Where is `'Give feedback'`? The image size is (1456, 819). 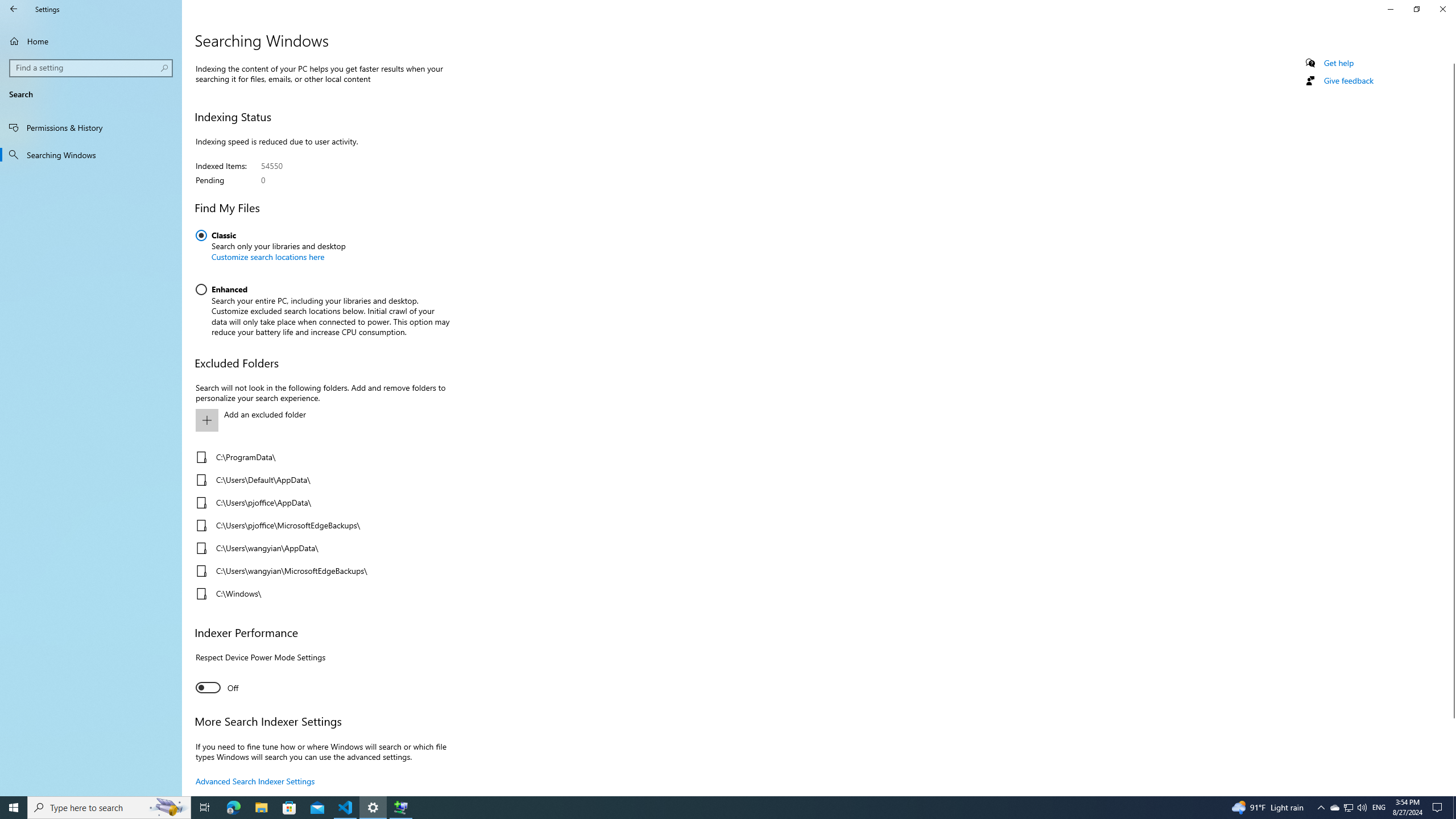
'Give feedback' is located at coordinates (1347, 80).